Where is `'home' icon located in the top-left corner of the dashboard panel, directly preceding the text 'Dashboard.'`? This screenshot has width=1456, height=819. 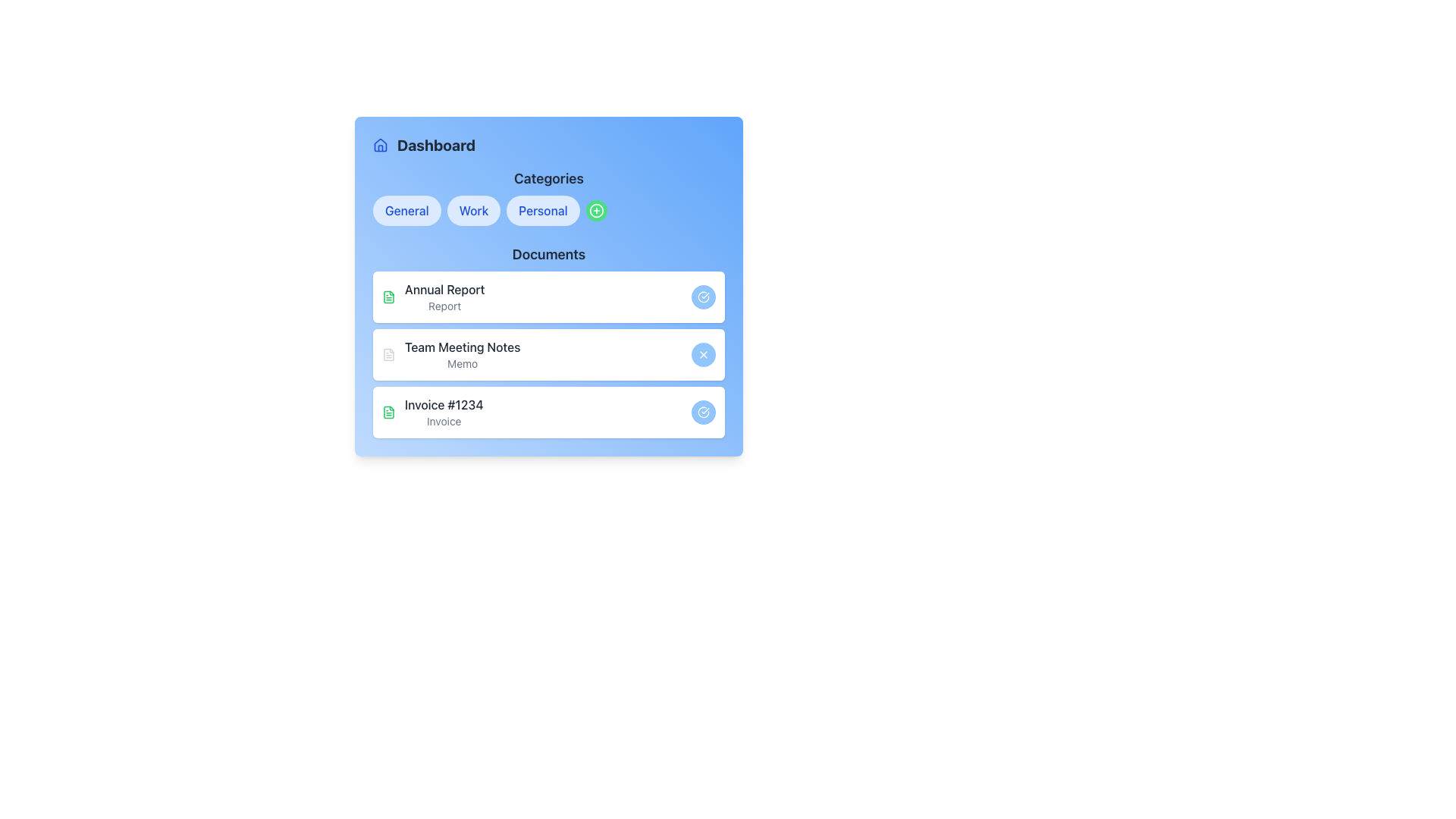 'home' icon located in the top-left corner of the dashboard panel, directly preceding the text 'Dashboard.' is located at coordinates (381, 145).